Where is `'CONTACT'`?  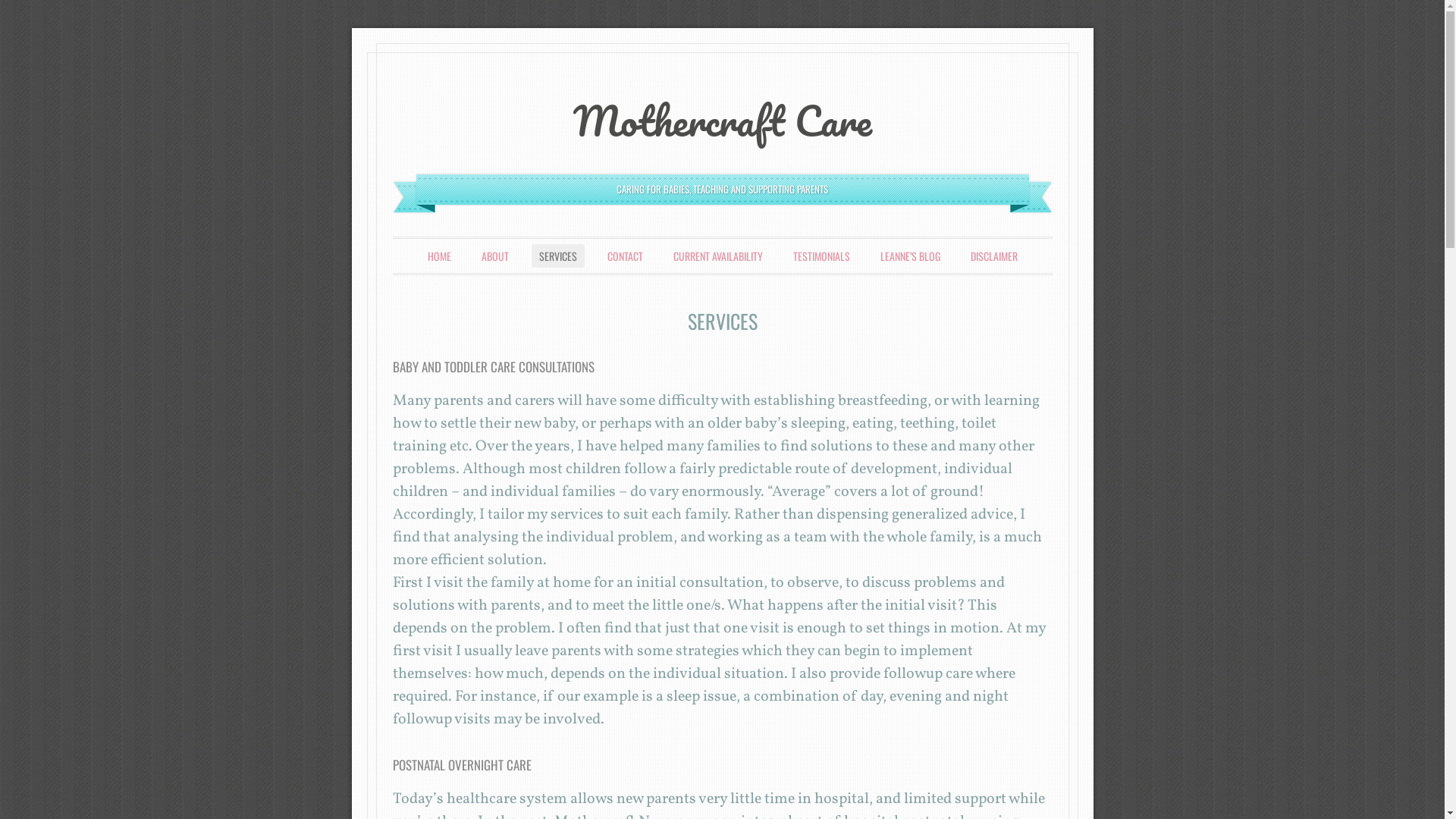 'CONTACT' is located at coordinates (624, 255).